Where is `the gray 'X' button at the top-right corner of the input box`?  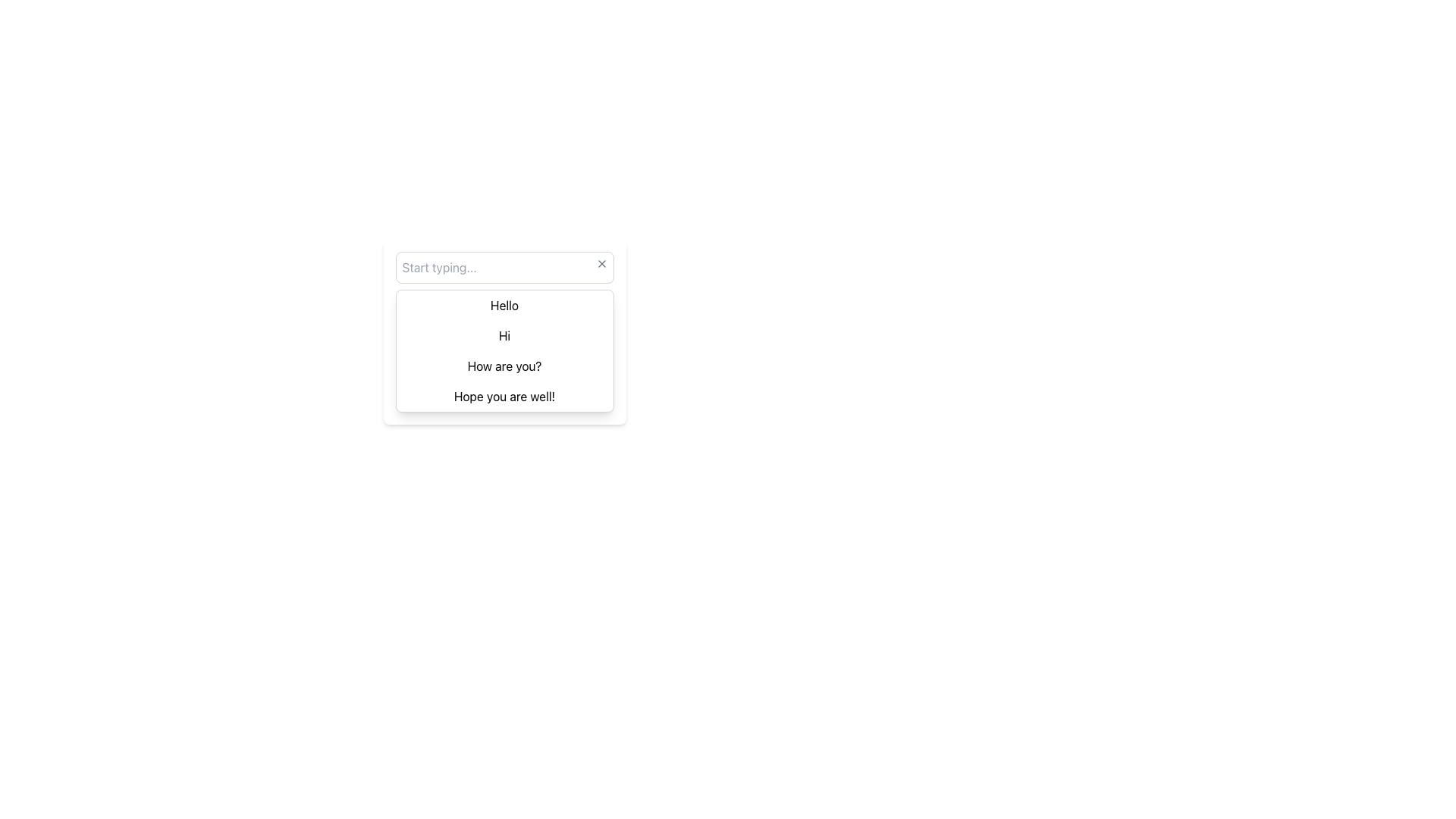 the gray 'X' button at the top-right corner of the input box is located at coordinates (601, 262).